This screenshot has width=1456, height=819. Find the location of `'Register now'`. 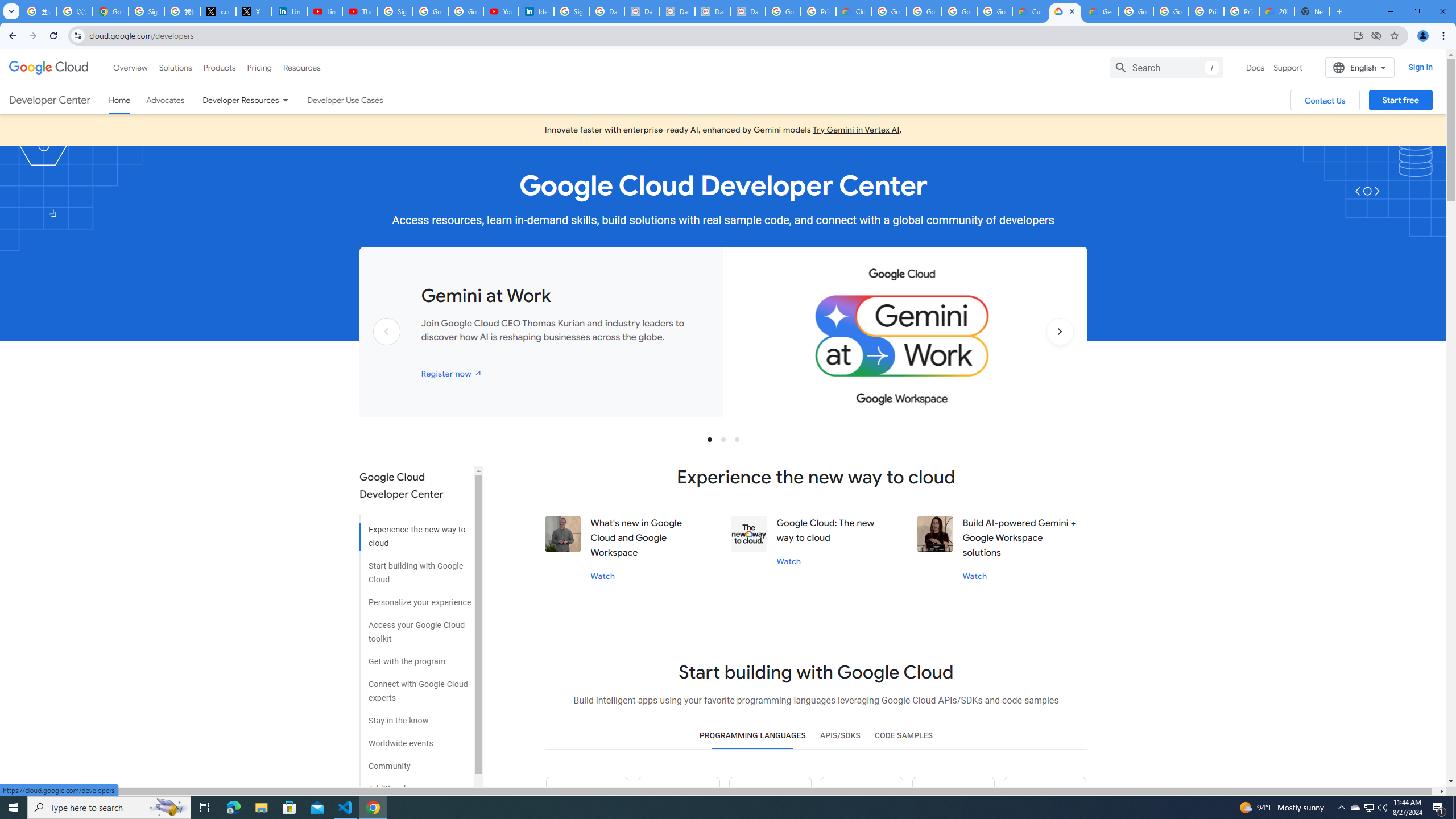

'Register now' is located at coordinates (452, 372).